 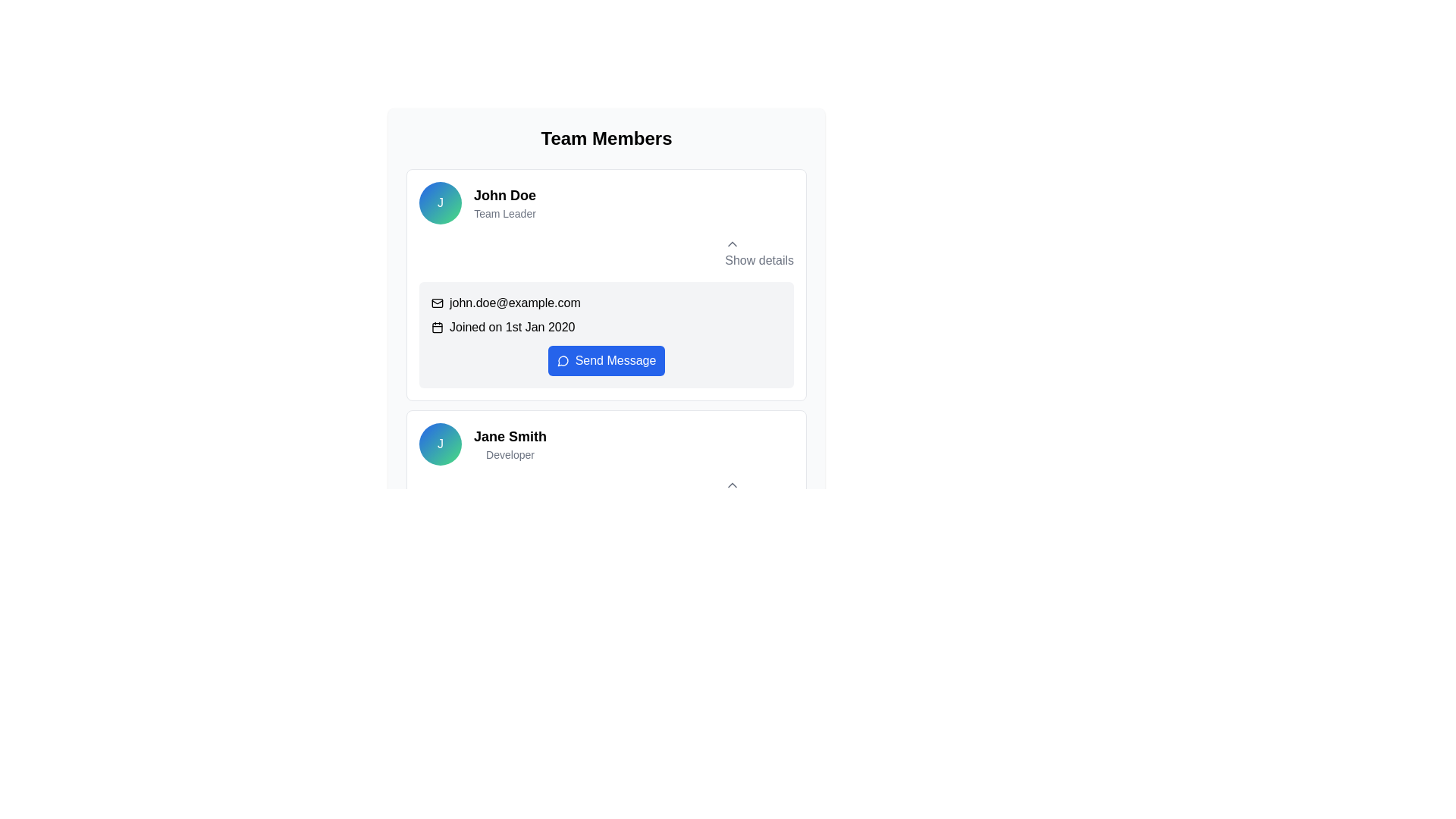 What do you see at coordinates (510, 436) in the screenshot?
I see `the Text Display element that shows the name 'Jane Smith' in bold text, which is located next to a circular profile picture with the letter 'J' inside` at bounding box center [510, 436].